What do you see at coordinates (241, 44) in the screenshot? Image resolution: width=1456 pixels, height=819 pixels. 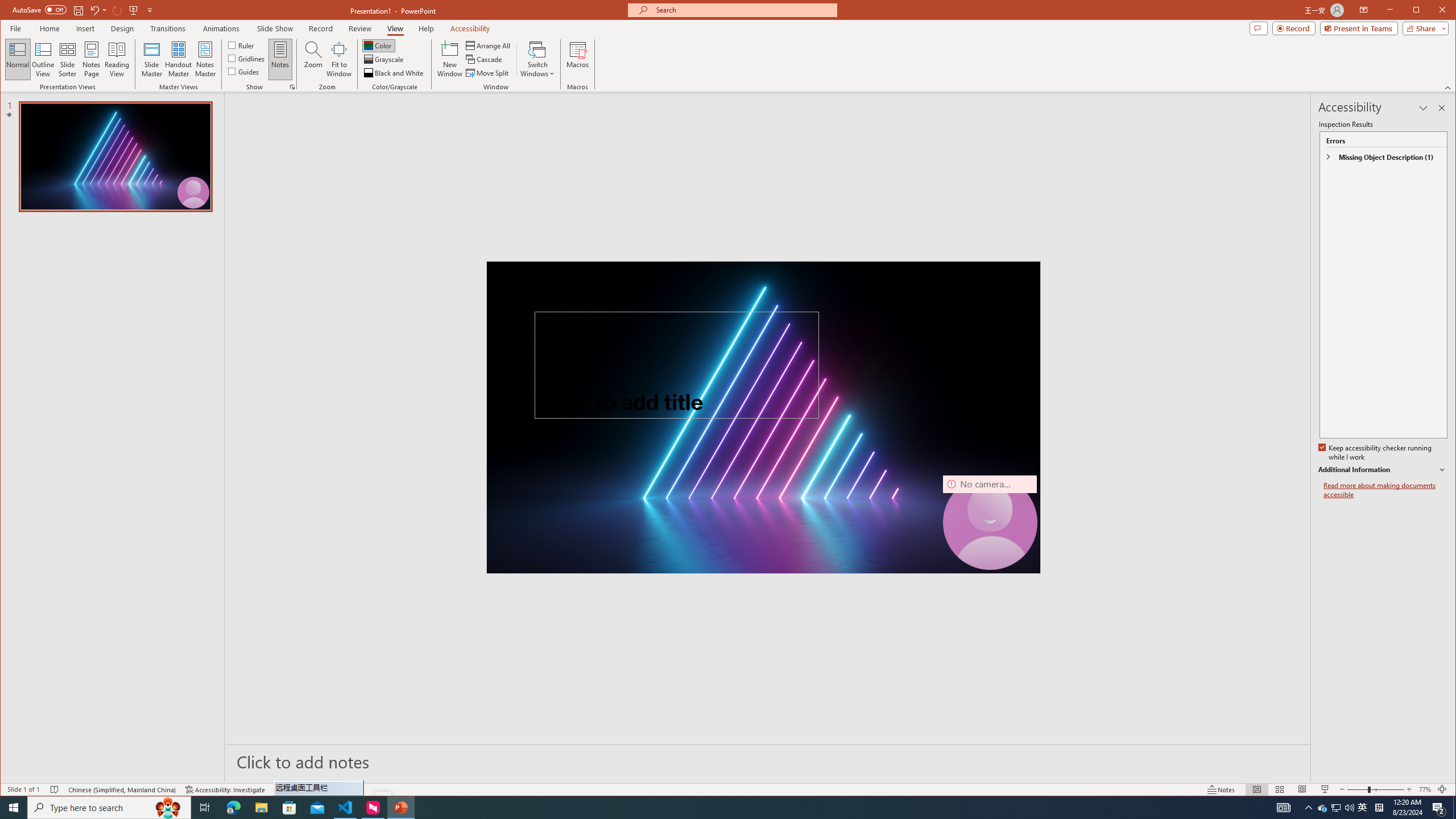 I see `'Ruler'` at bounding box center [241, 44].